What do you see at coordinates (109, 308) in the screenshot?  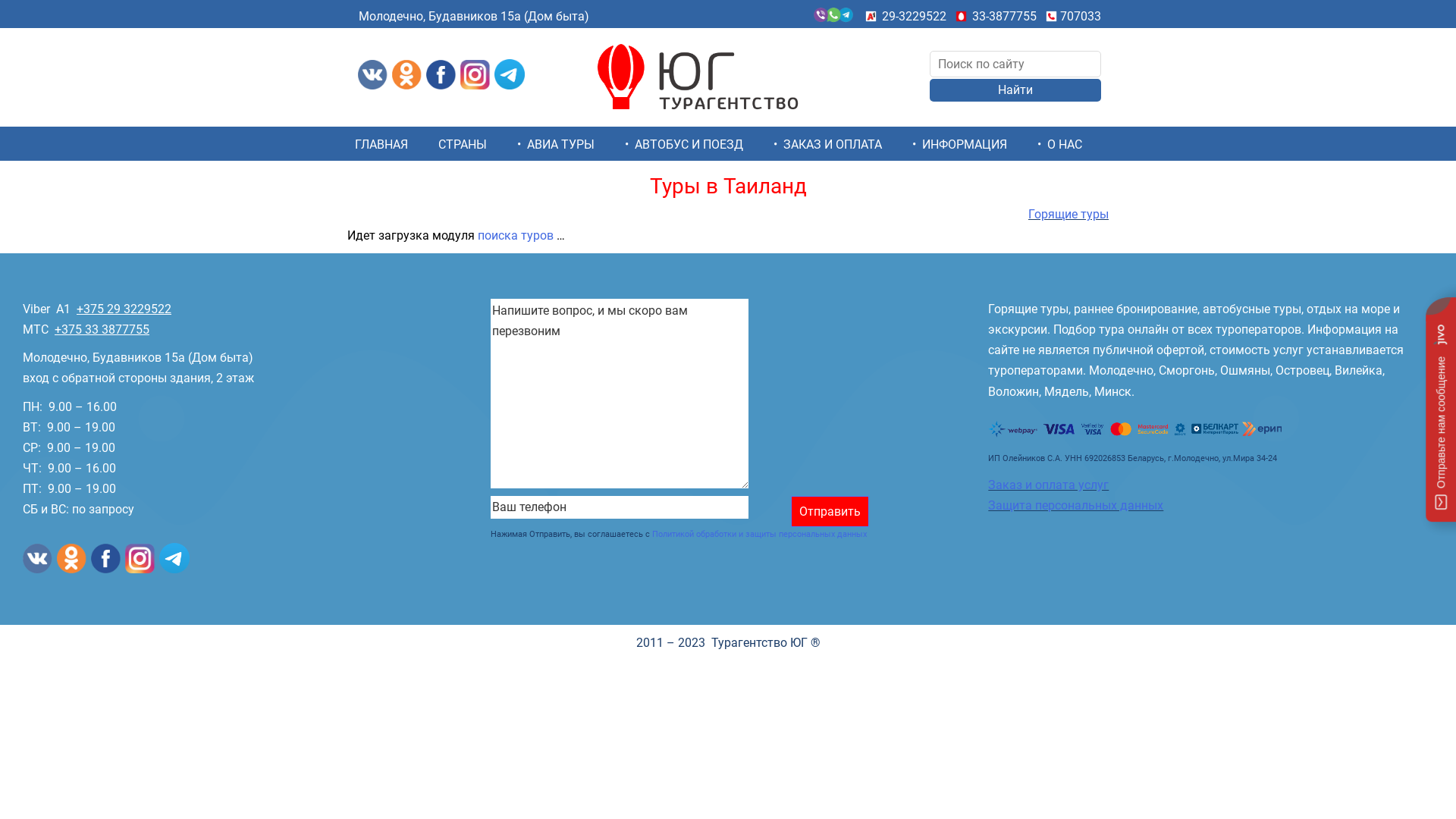 I see `'  A1  +375 29 3229522'` at bounding box center [109, 308].